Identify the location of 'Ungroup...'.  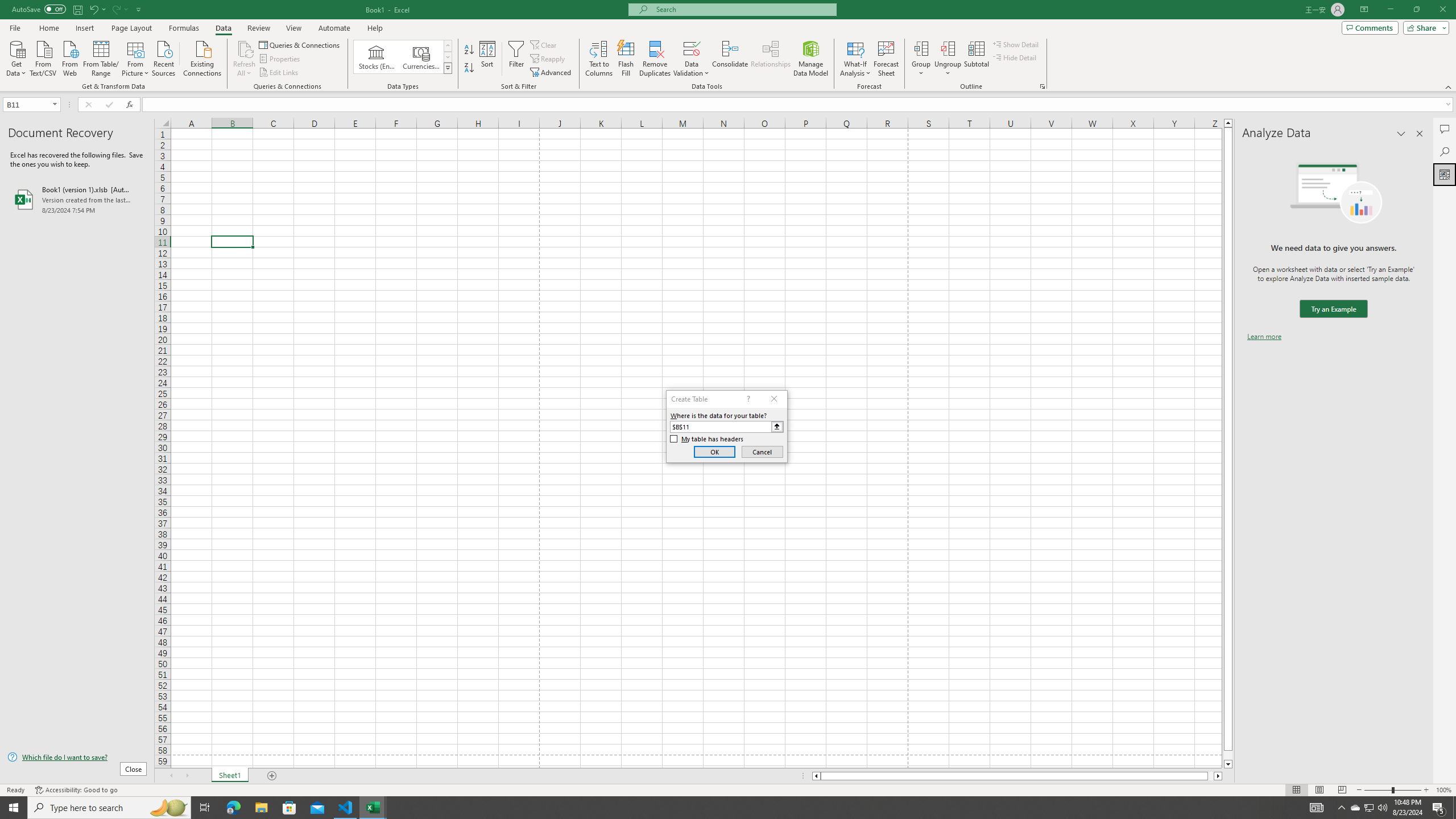
(948, 59).